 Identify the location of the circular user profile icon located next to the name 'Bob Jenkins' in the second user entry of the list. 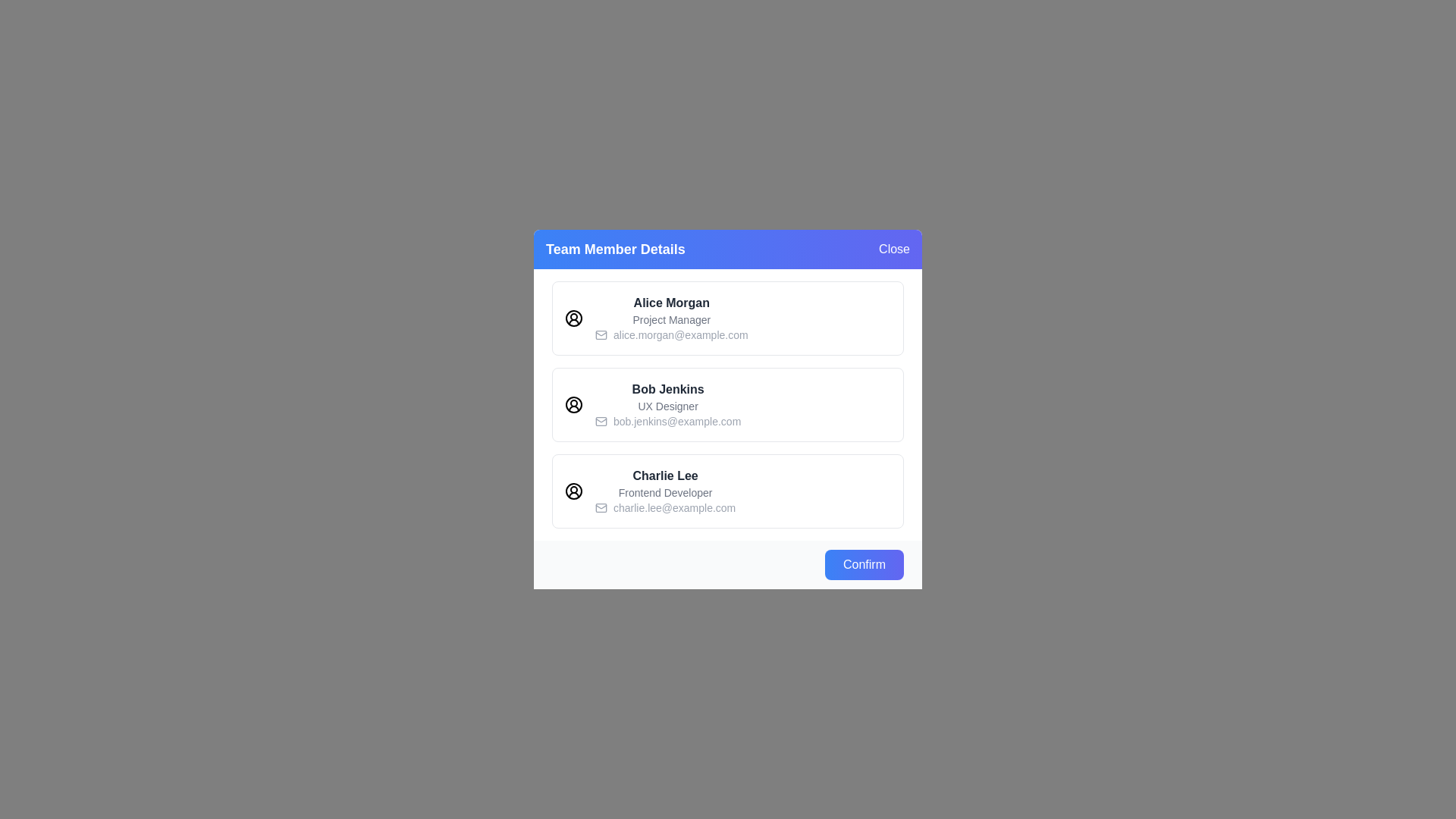
(573, 403).